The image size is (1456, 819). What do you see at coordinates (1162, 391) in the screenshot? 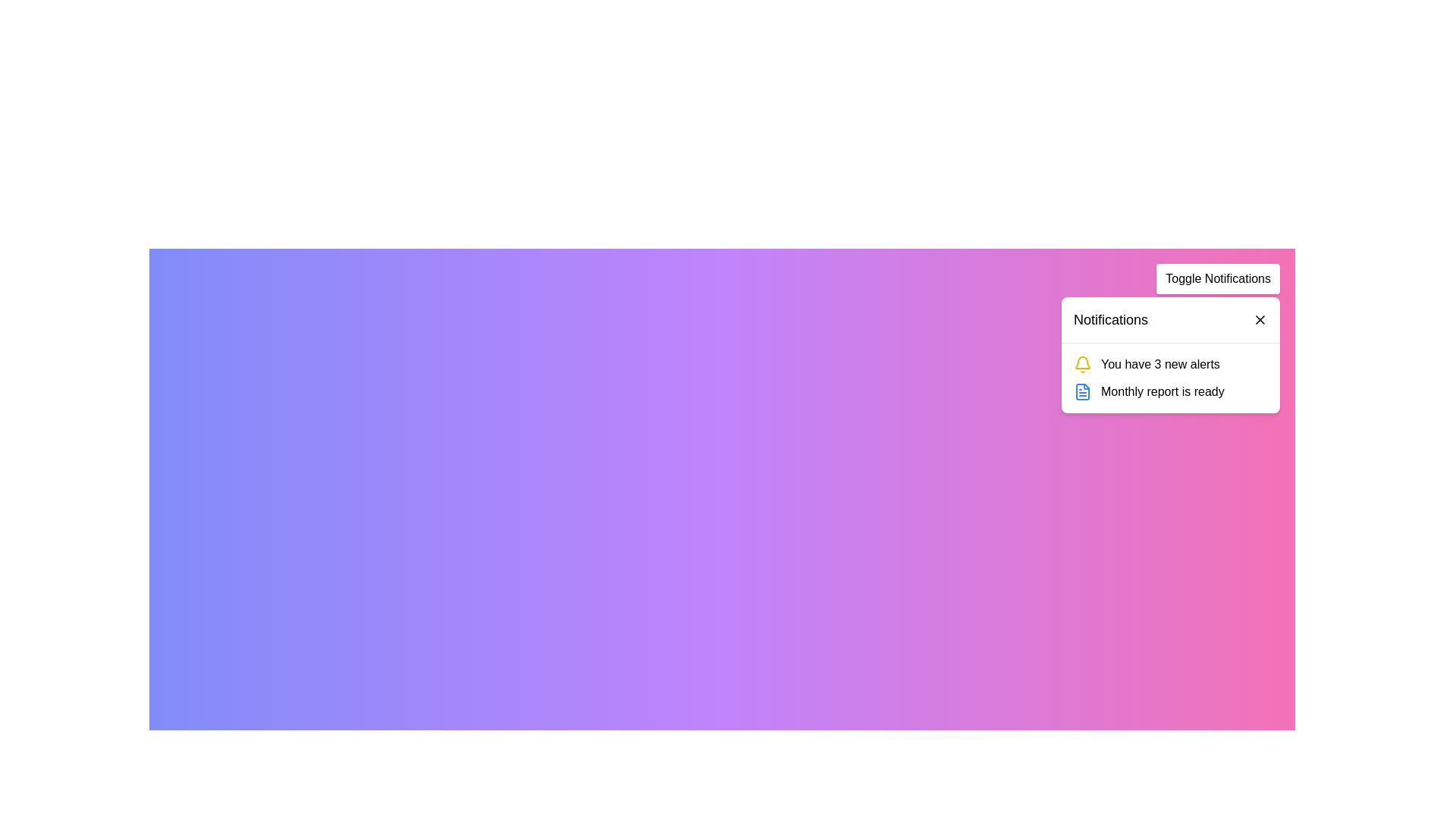
I see `the text label that displays 'Monthly report is ready' in the Notifications popup, located below 'You have 3 new alerts'` at bounding box center [1162, 391].